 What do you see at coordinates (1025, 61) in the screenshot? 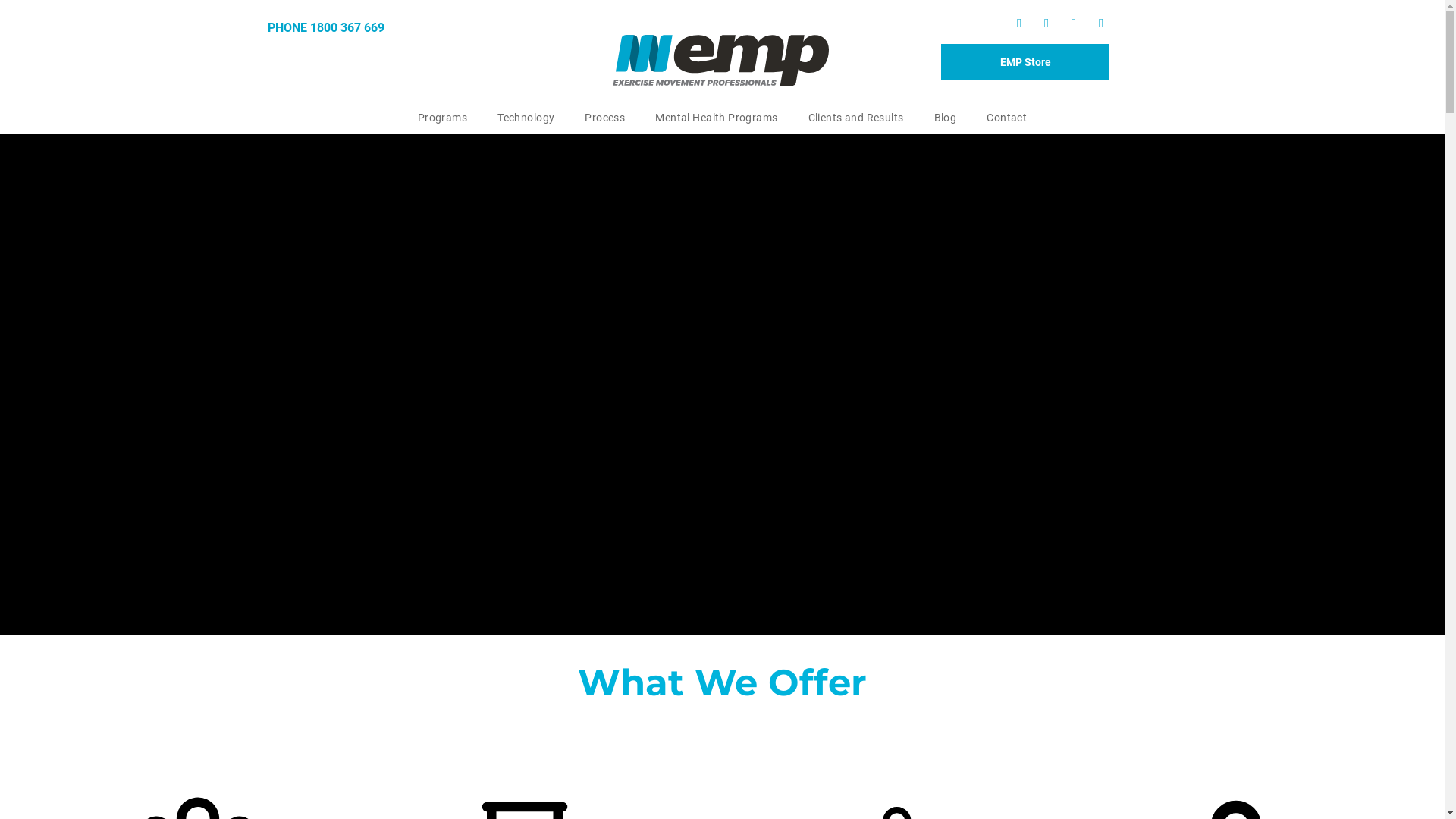
I see `'EMP Store'` at bounding box center [1025, 61].